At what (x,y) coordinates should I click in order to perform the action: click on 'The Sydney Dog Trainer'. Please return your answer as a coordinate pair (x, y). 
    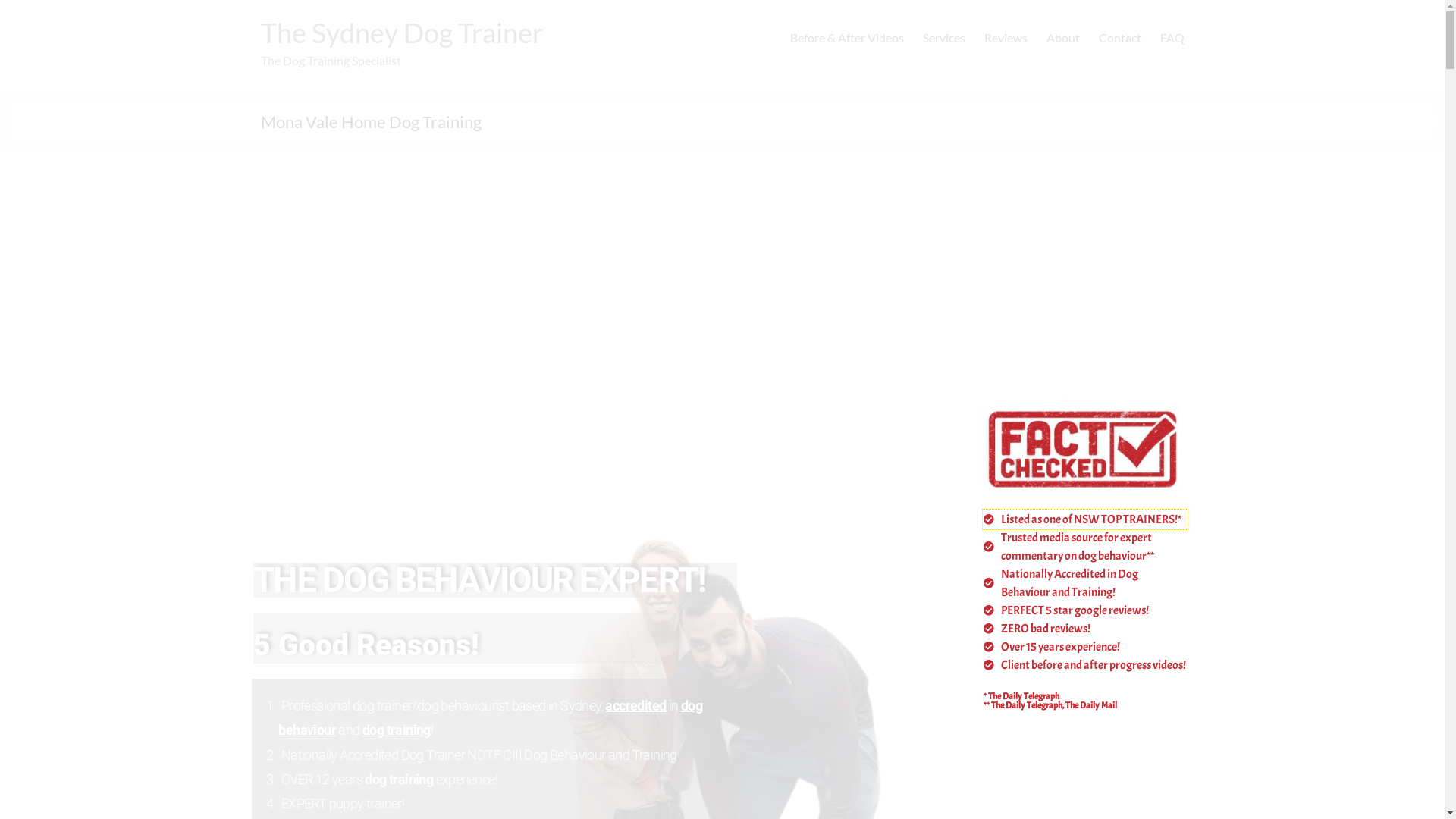
    Looking at the image, I should click on (402, 32).